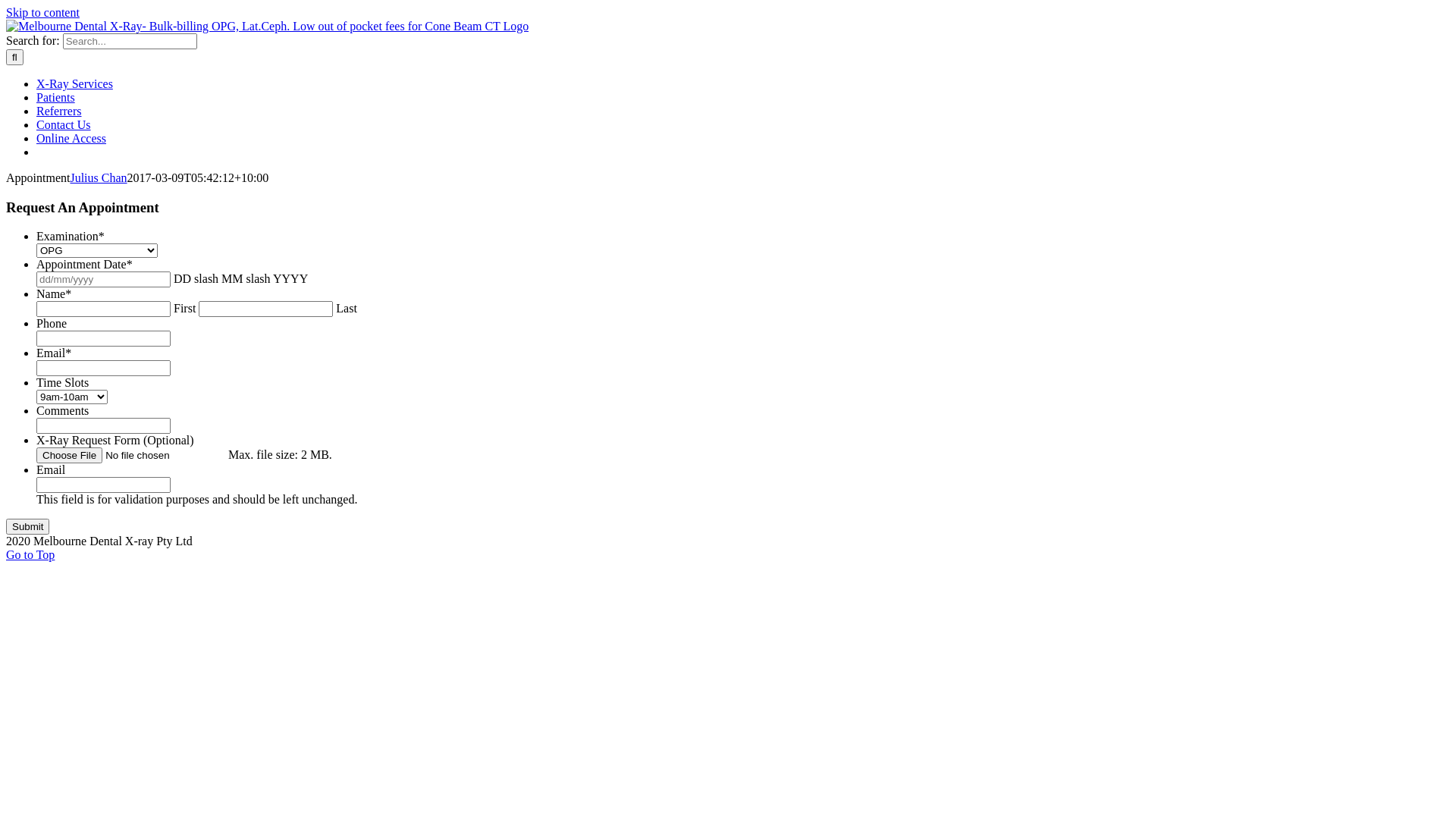 Image resolution: width=1456 pixels, height=819 pixels. Describe the element at coordinates (74, 83) in the screenshot. I see `'X-Ray Services'` at that location.